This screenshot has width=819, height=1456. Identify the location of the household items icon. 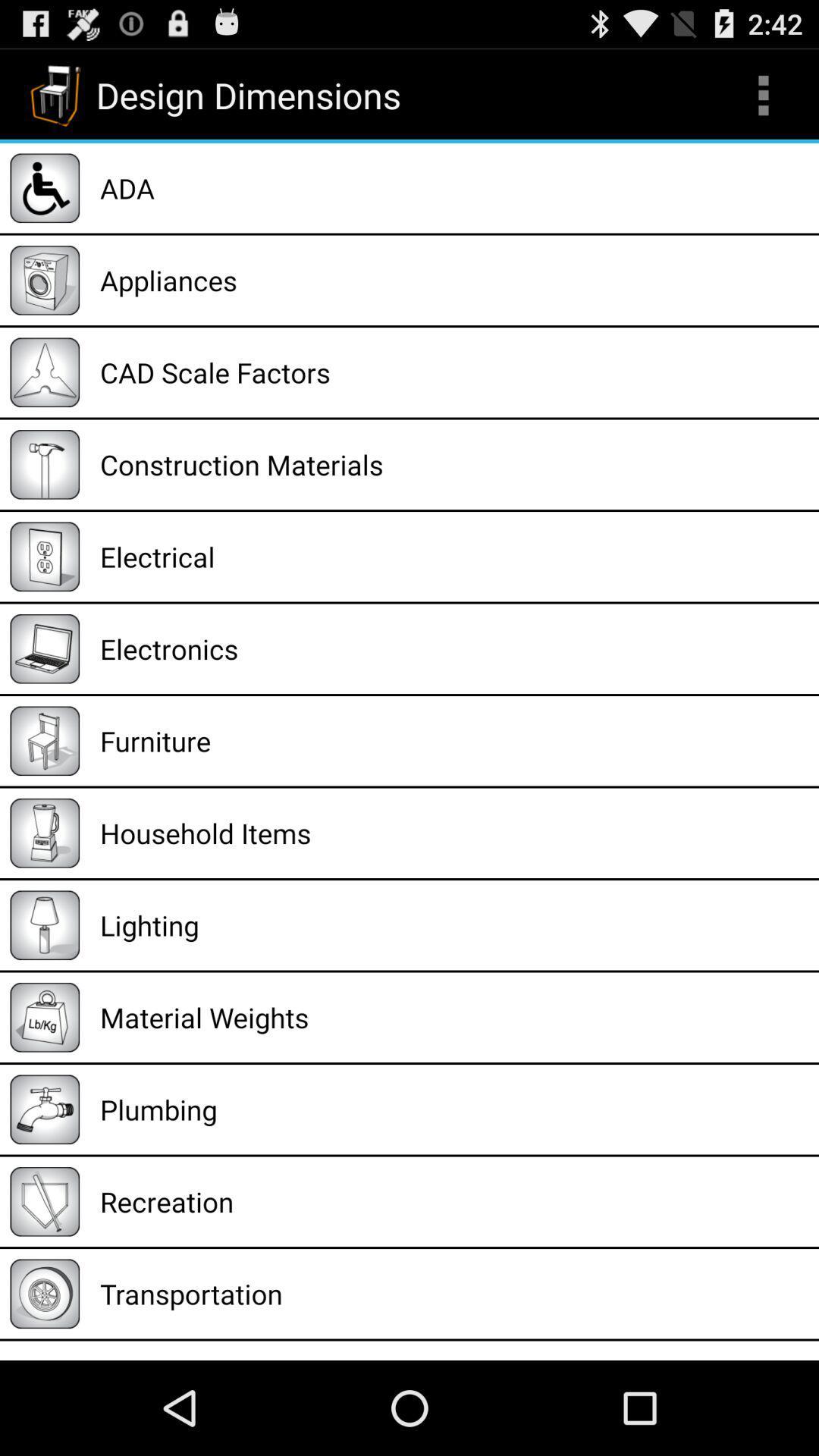
(453, 832).